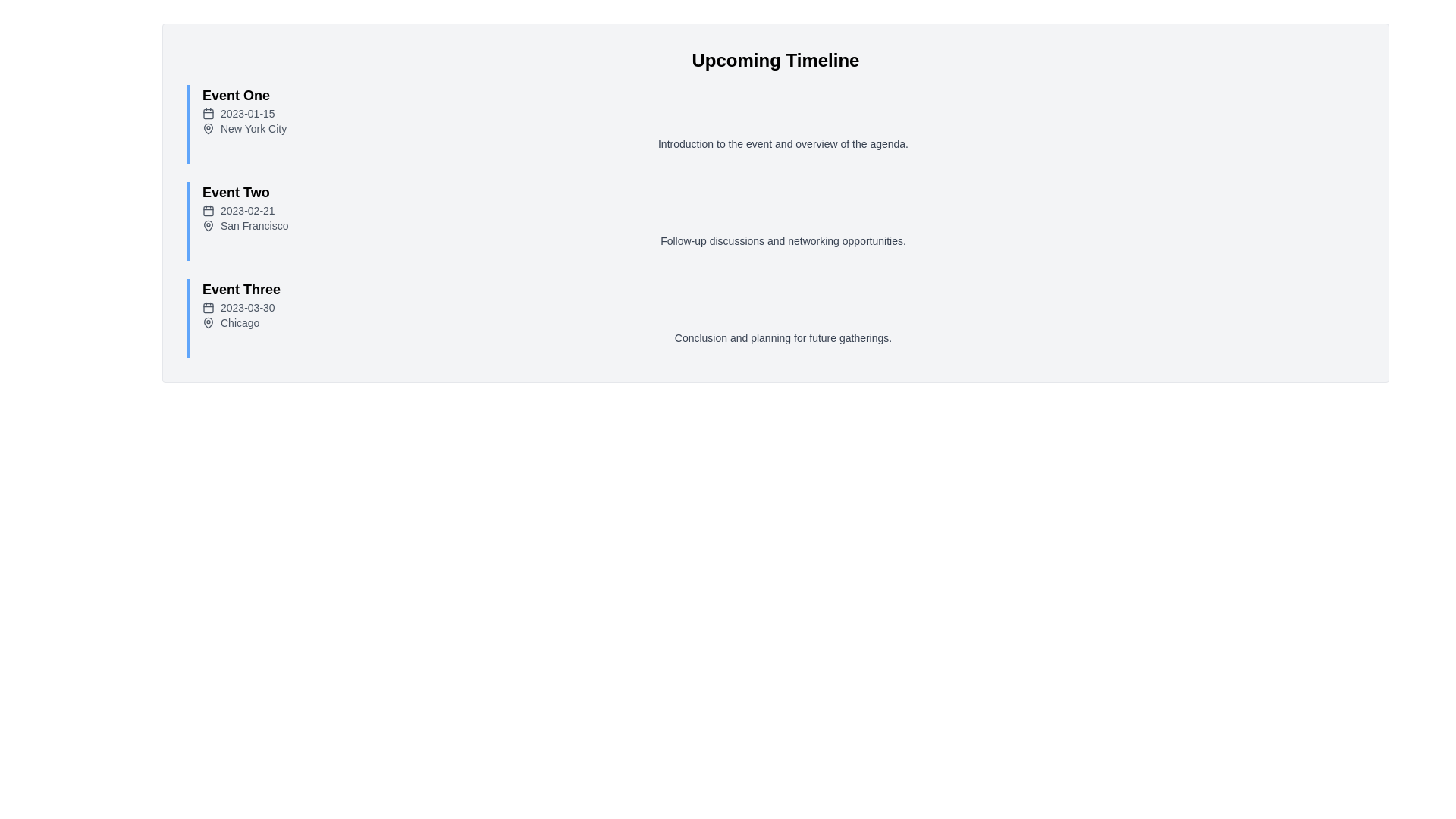 This screenshot has width=1456, height=819. Describe the element at coordinates (207, 210) in the screenshot. I see `the calendar icon located to the left of the date text '2023-02-21' in the 'Event Two' section` at that location.